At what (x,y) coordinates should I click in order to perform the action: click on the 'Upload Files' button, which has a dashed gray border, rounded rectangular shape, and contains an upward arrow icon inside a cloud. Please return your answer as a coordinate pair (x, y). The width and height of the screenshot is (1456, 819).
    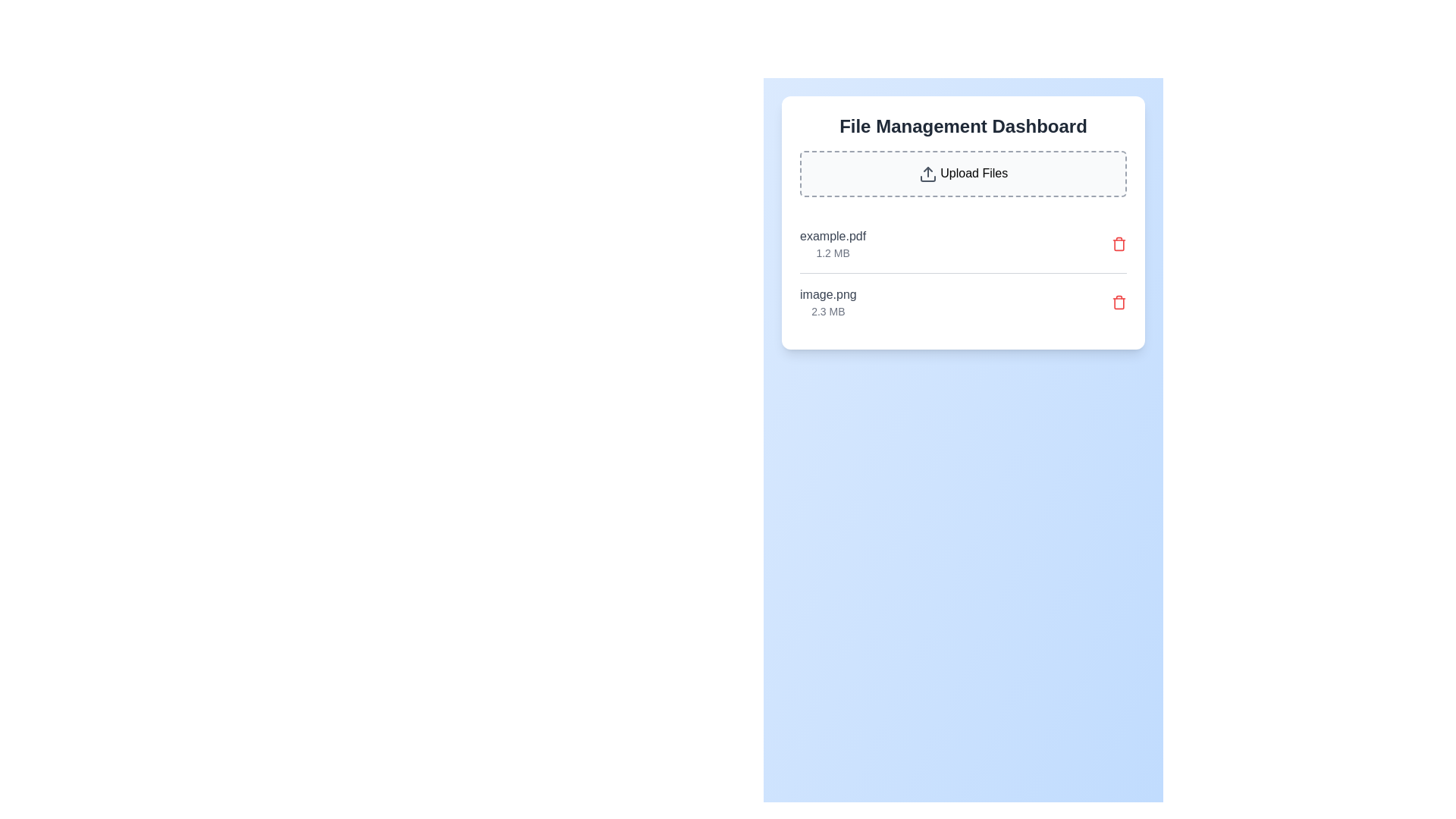
    Looking at the image, I should click on (962, 173).